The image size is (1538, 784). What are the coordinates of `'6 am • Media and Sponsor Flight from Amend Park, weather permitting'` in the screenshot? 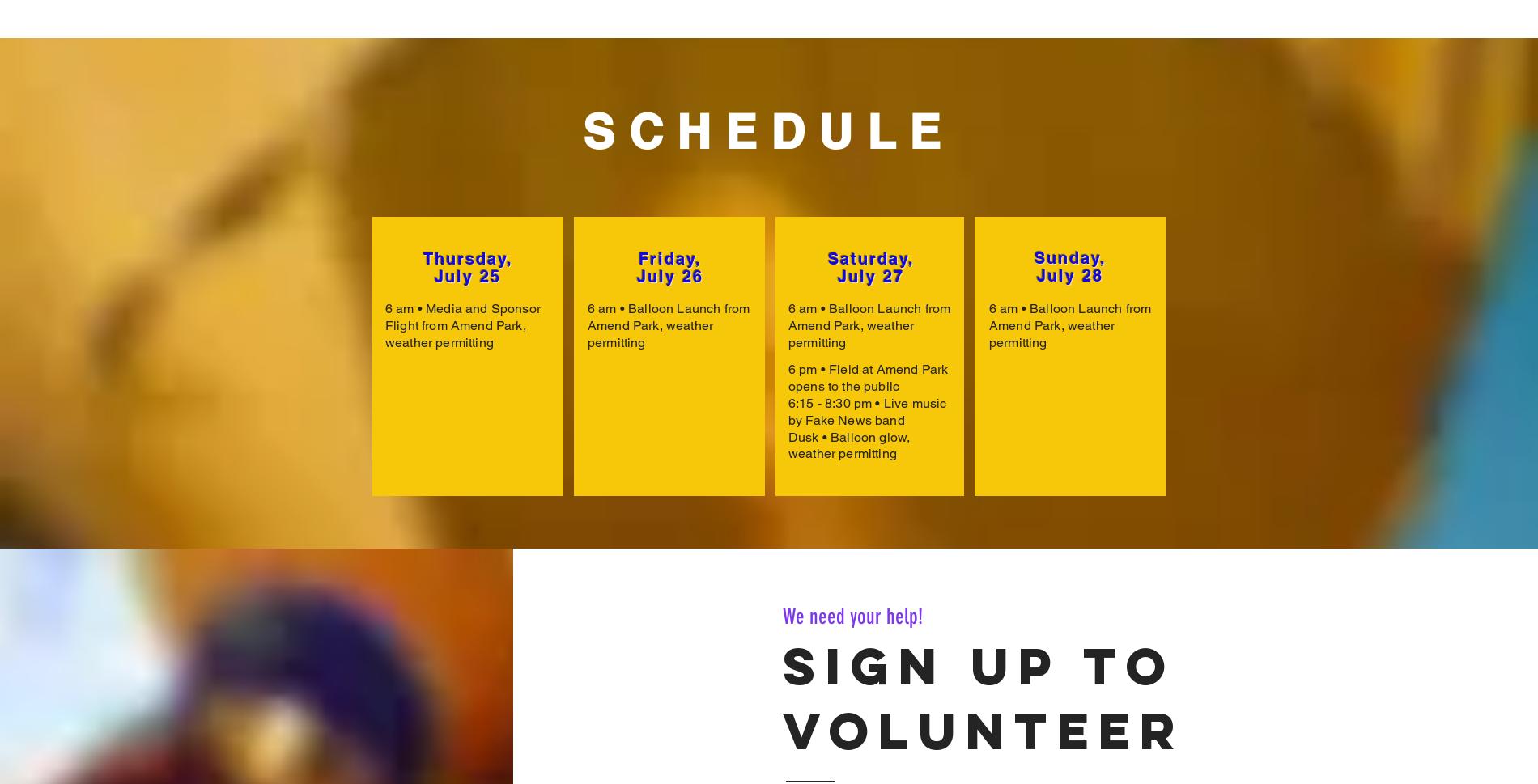 It's located at (462, 324).